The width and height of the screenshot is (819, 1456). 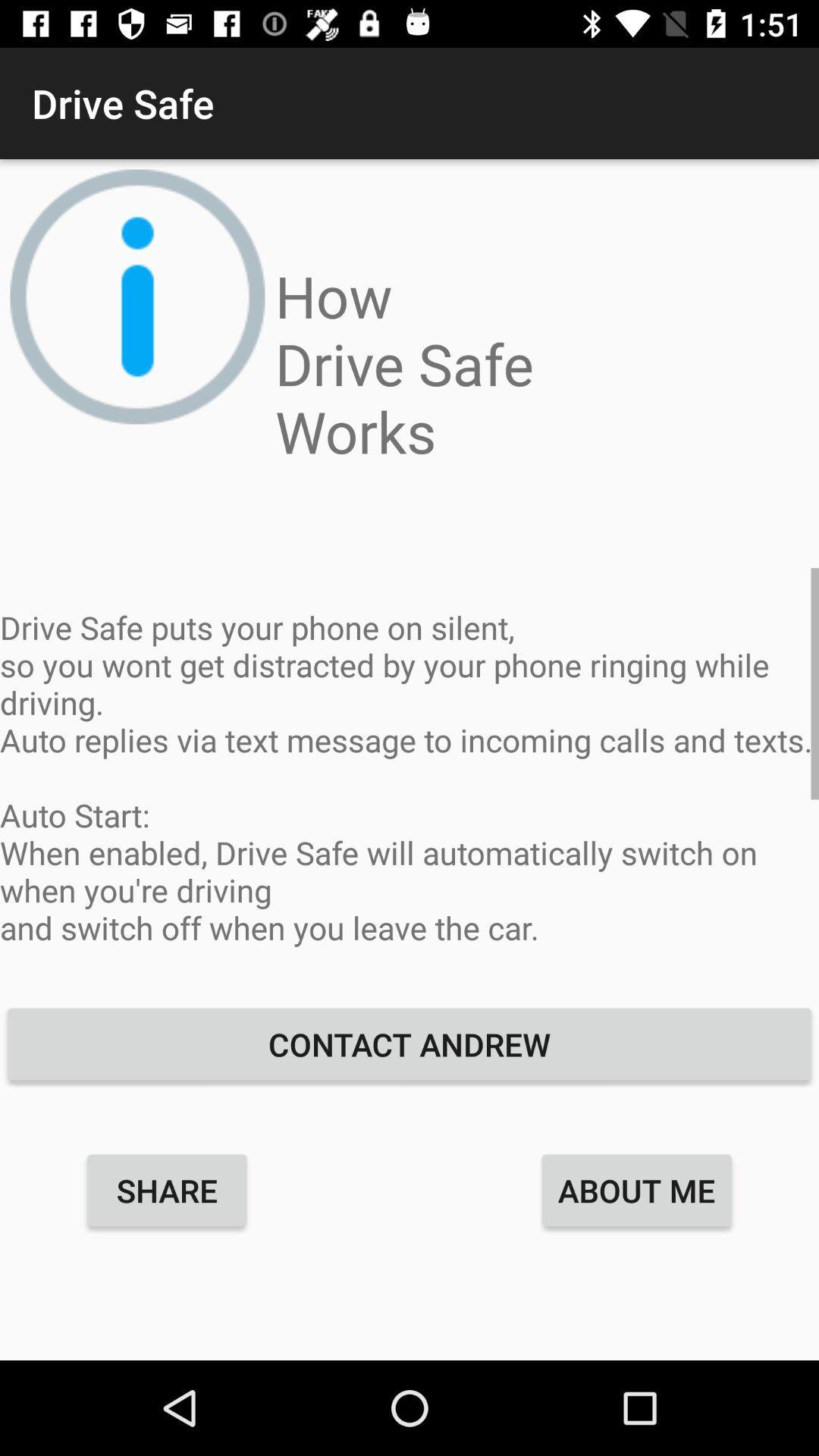 What do you see at coordinates (636, 1189) in the screenshot?
I see `icon at the bottom right corner` at bounding box center [636, 1189].